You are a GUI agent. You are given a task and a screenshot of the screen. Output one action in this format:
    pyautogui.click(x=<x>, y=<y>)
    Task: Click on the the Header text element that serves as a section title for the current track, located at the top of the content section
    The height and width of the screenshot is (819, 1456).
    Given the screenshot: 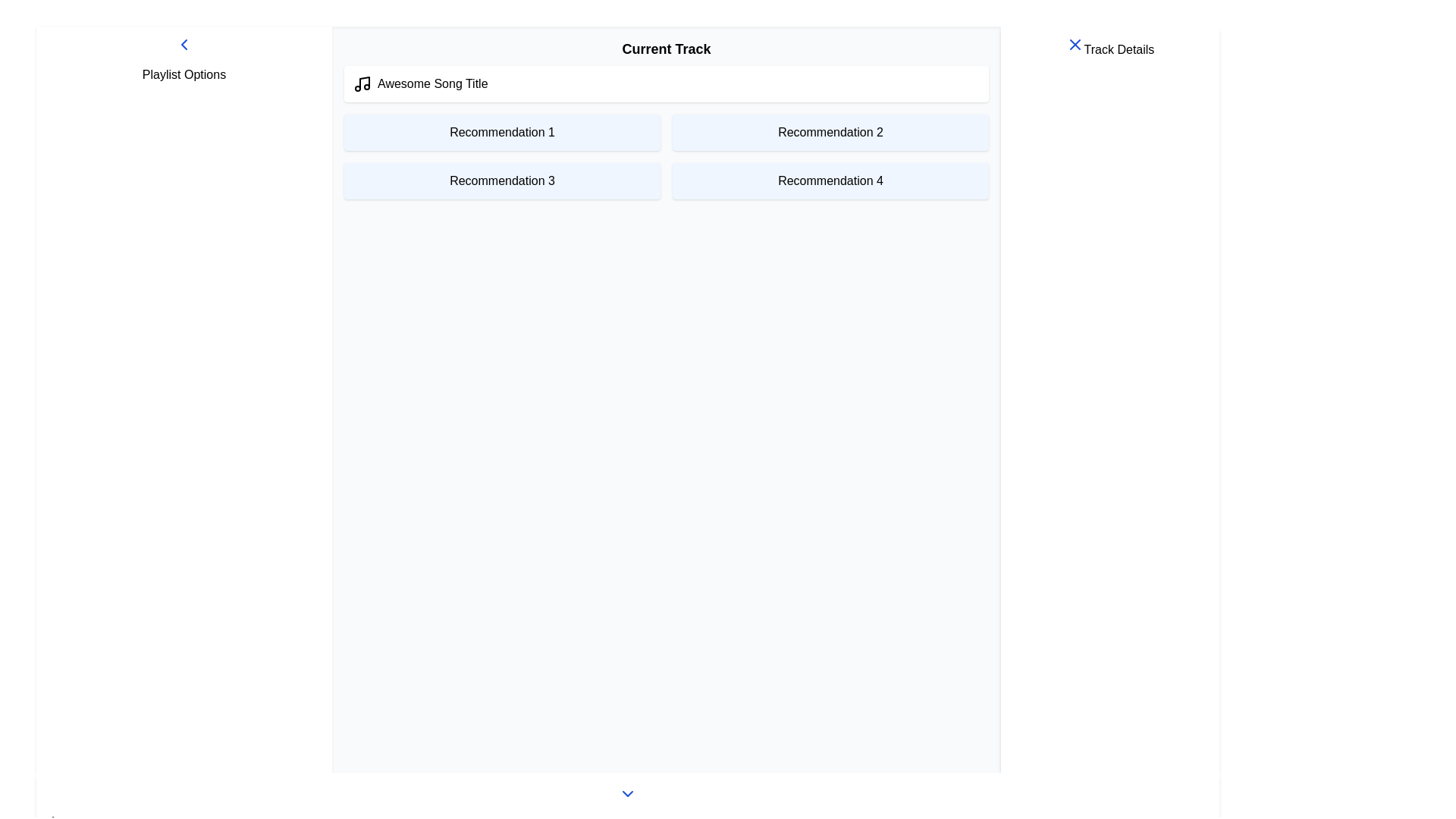 What is the action you would take?
    pyautogui.click(x=666, y=49)
    